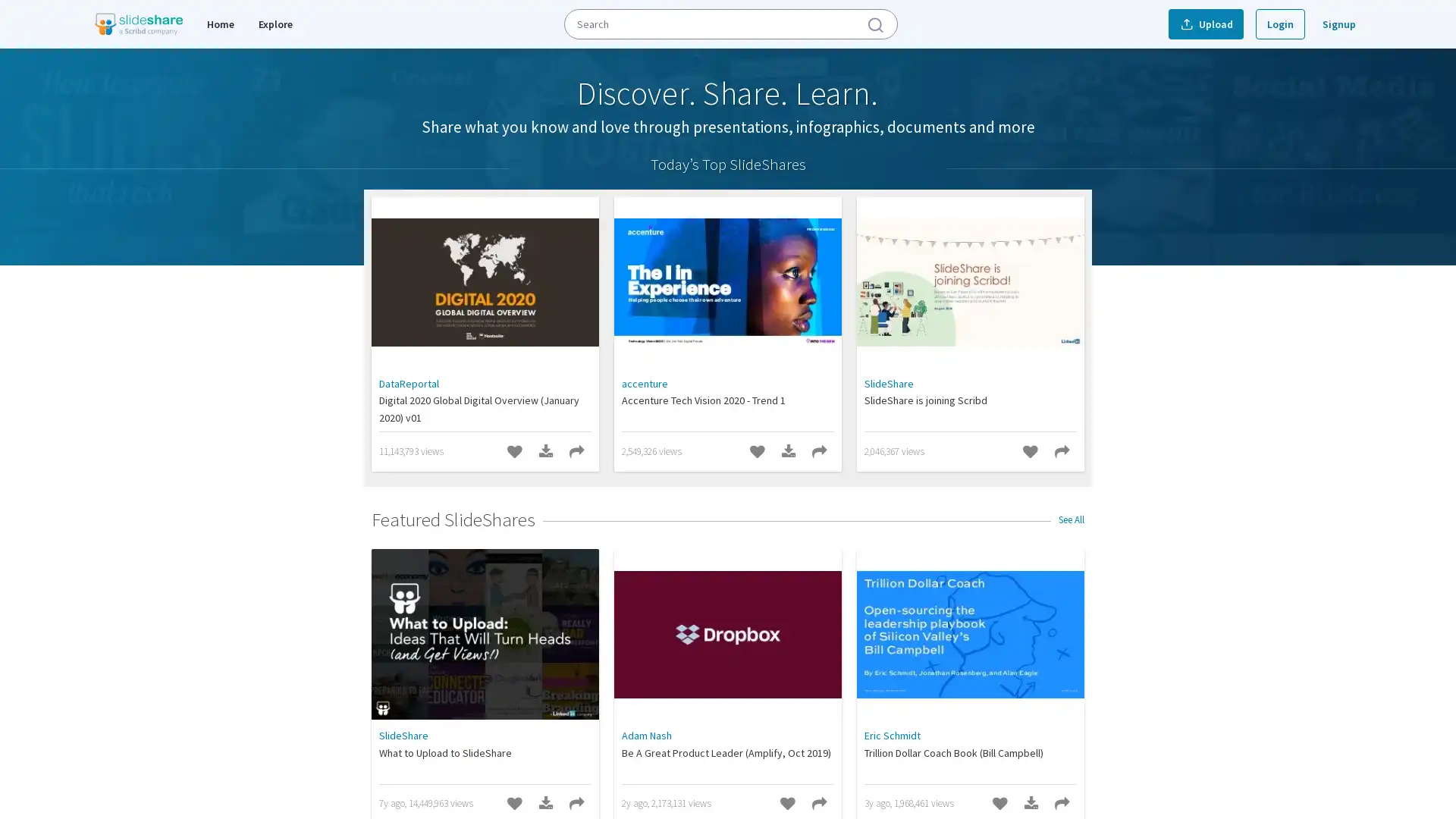 The image size is (1456, 819). I want to click on Like Trillion Dollar Coach Book (Bill Campbell) SlideShare., so click(1001, 802).